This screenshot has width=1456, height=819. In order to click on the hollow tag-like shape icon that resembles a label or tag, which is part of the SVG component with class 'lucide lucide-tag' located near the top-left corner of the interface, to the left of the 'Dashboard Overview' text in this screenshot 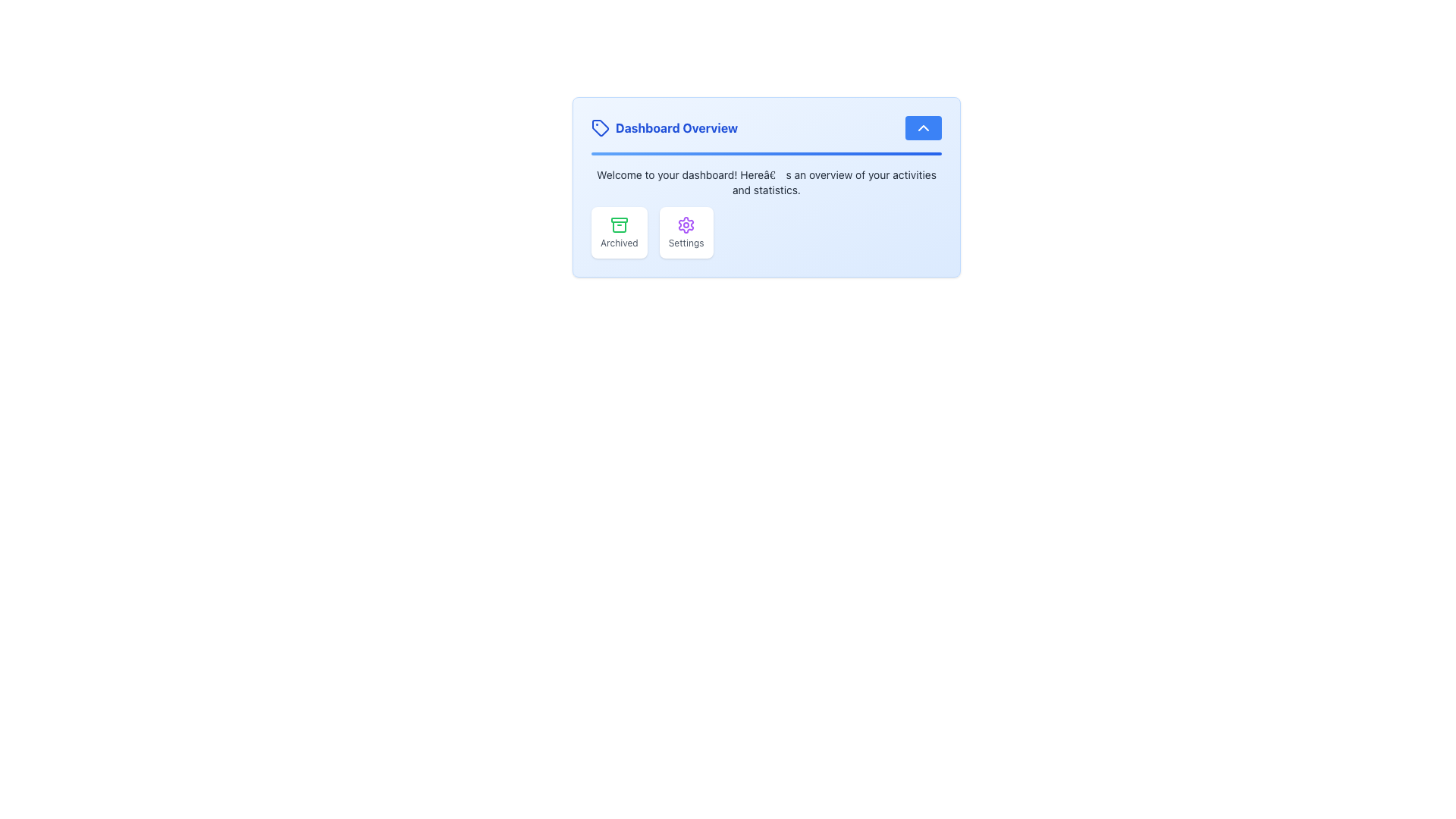, I will do `click(600, 127)`.